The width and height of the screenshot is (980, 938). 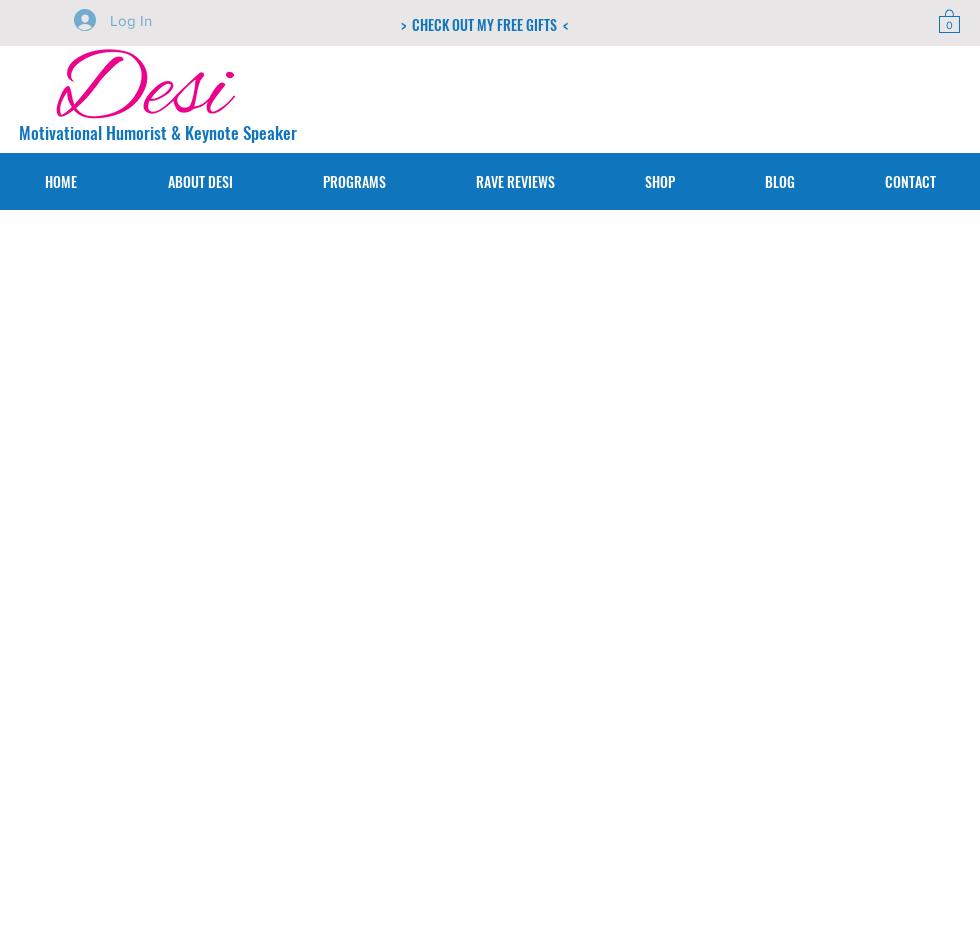 What do you see at coordinates (308, 504) in the screenshot?
I see `'Planning and executing a SUCCESSFUL and UNFORGETTABLE event is no easy feat! That’s why'` at bounding box center [308, 504].